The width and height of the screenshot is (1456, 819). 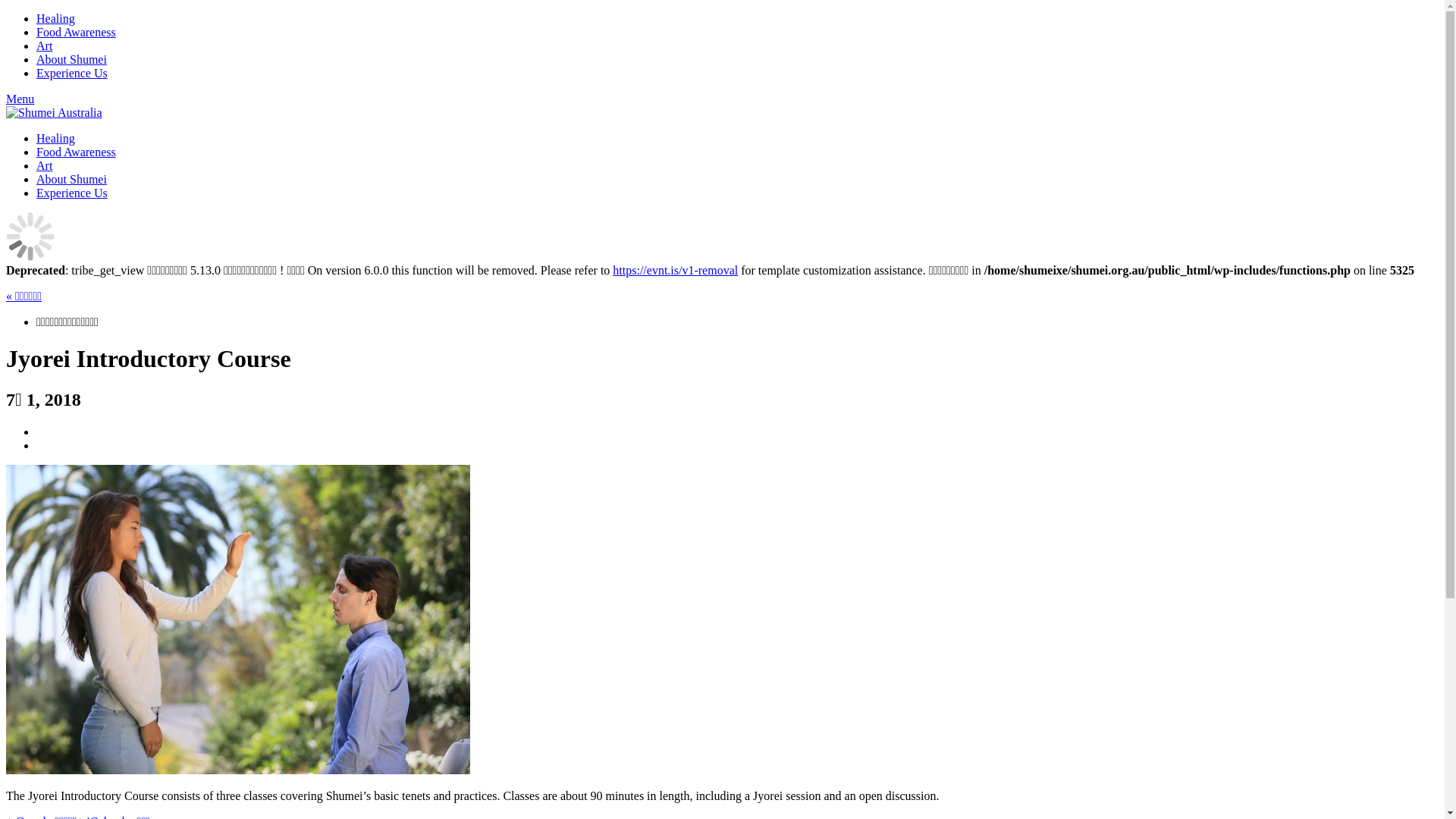 What do you see at coordinates (71, 178) in the screenshot?
I see `'About Shumei'` at bounding box center [71, 178].